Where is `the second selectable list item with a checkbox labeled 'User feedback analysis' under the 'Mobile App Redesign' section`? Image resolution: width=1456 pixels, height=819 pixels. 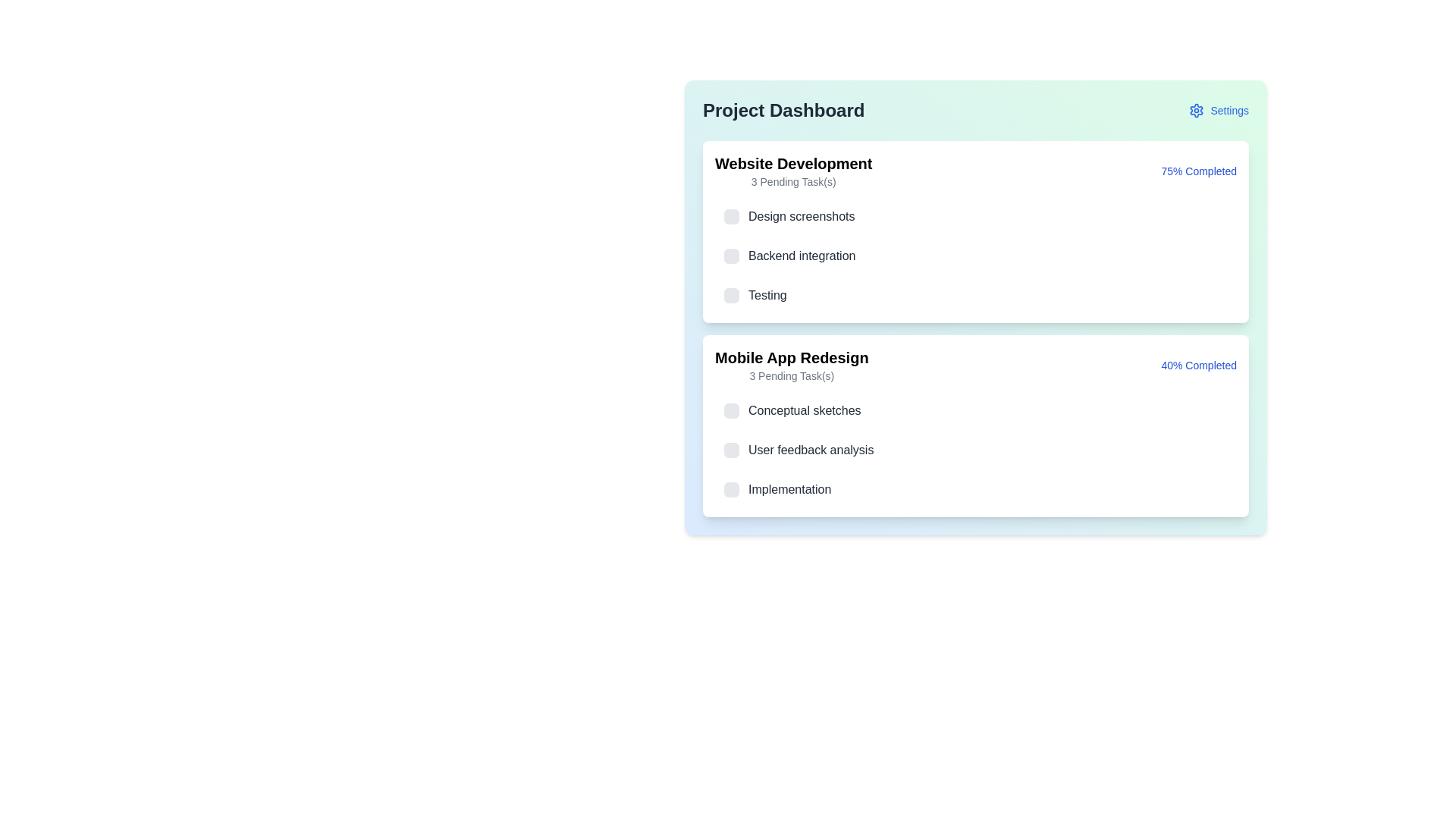
the second selectable list item with a checkbox labeled 'User feedback analysis' under the 'Mobile App Redesign' section is located at coordinates (975, 450).